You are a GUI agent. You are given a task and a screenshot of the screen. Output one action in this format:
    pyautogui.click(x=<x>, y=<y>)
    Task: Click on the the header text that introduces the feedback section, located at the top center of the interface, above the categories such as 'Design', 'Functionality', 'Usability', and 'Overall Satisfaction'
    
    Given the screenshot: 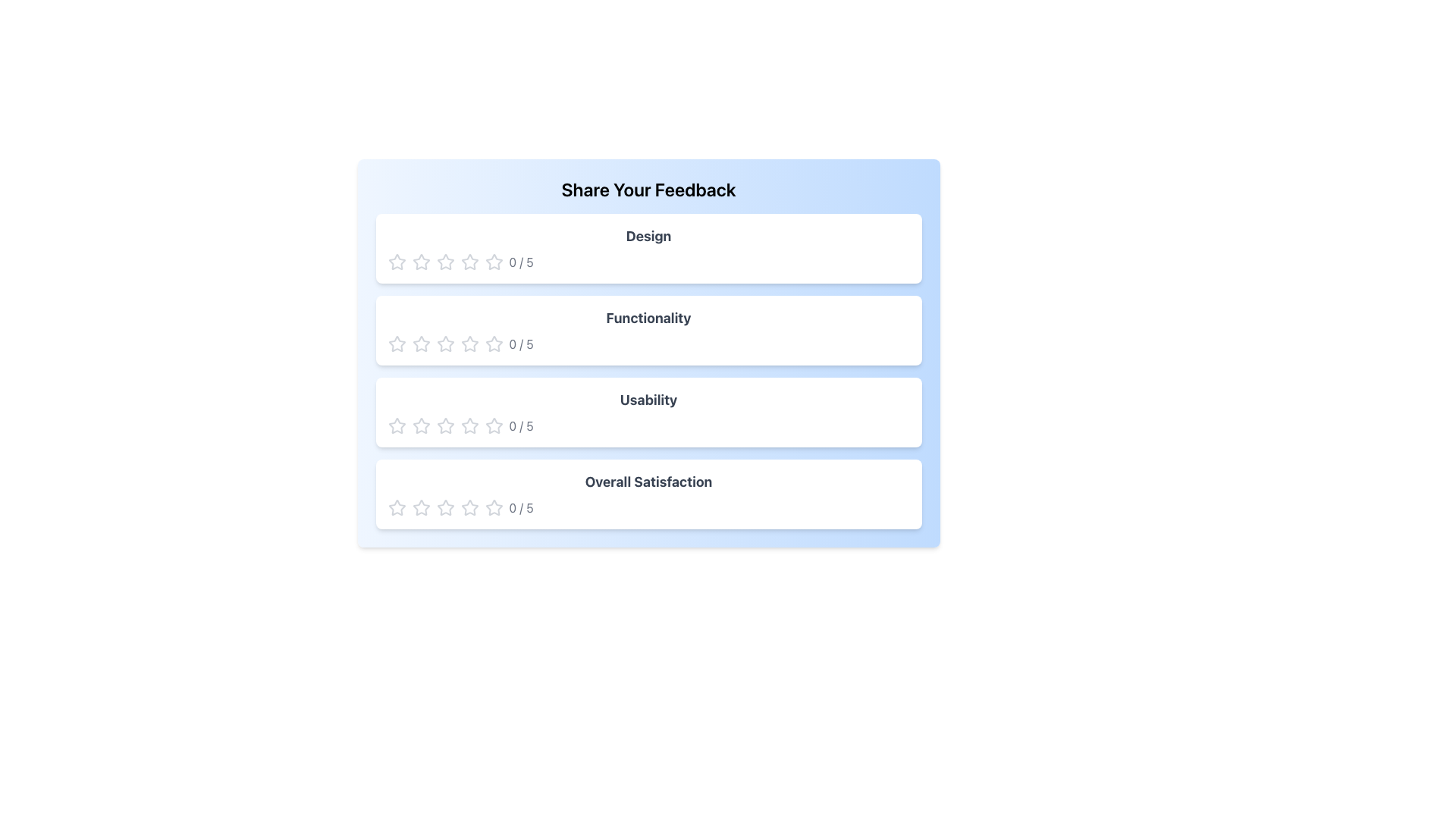 What is the action you would take?
    pyautogui.click(x=648, y=189)
    